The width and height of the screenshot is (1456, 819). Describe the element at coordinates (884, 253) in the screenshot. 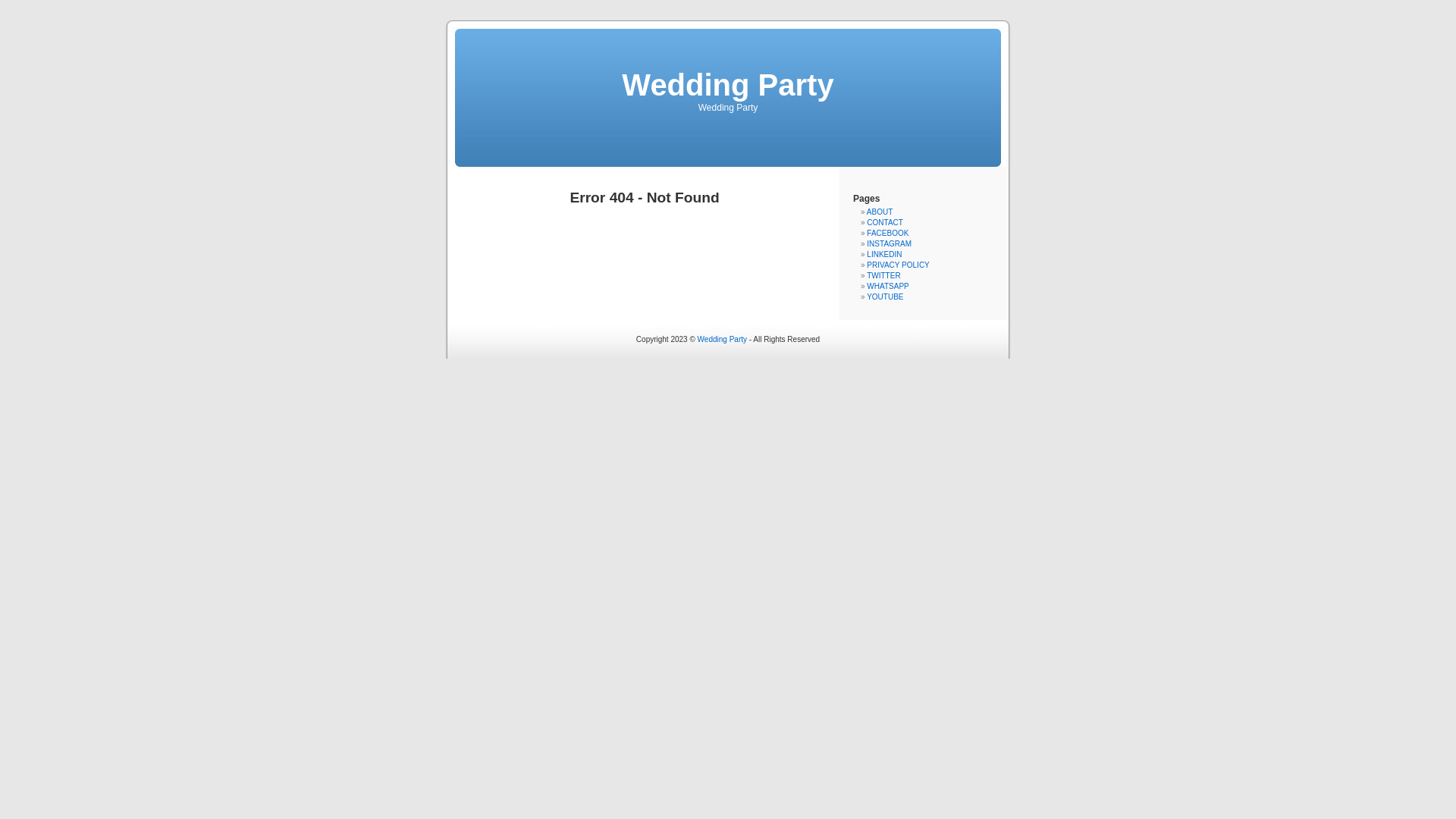

I see `'LINKEDIN'` at that location.